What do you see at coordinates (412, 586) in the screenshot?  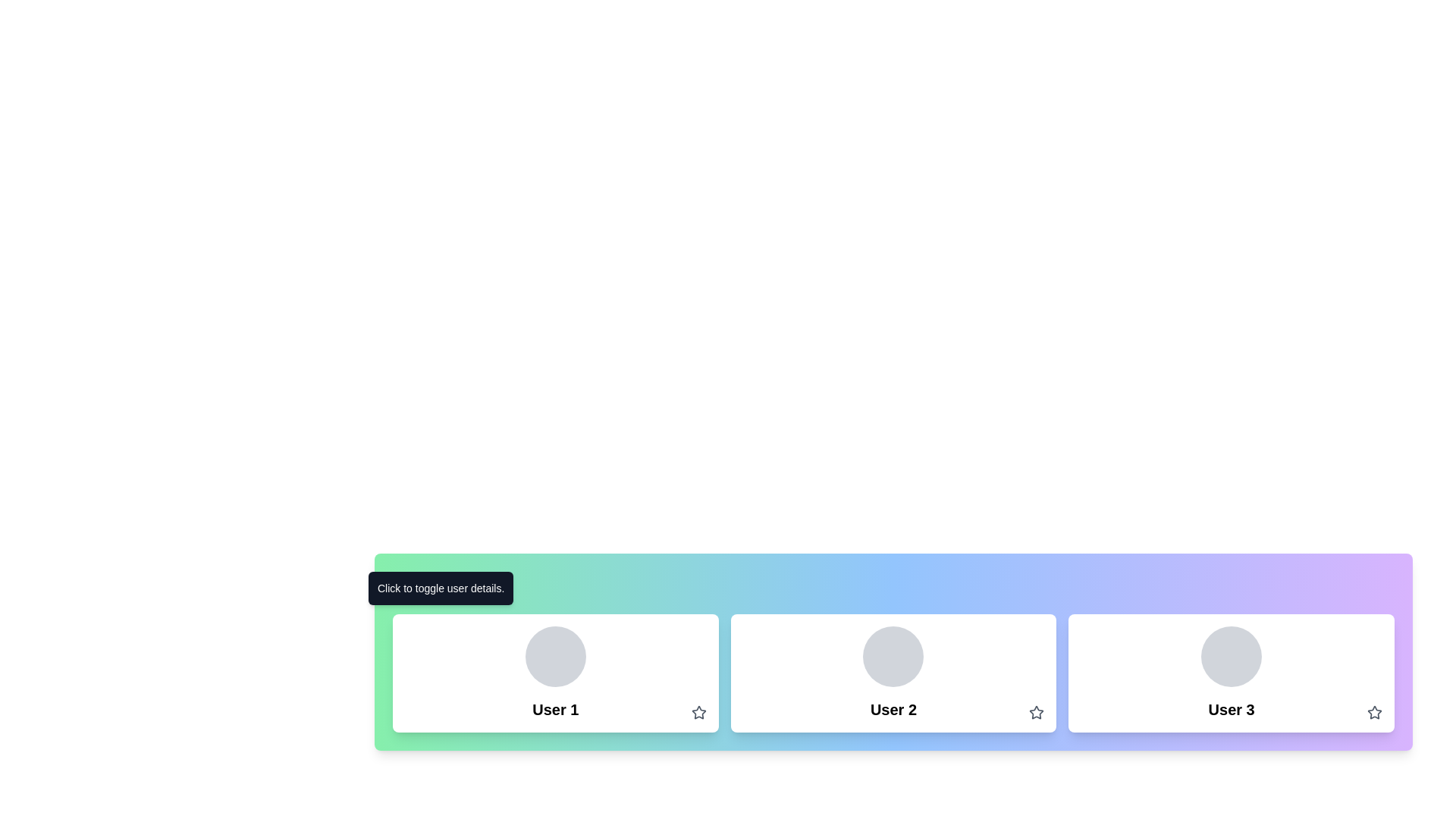 I see `the informational icon located to the left of the 'View Profile' button` at bounding box center [412, 586].